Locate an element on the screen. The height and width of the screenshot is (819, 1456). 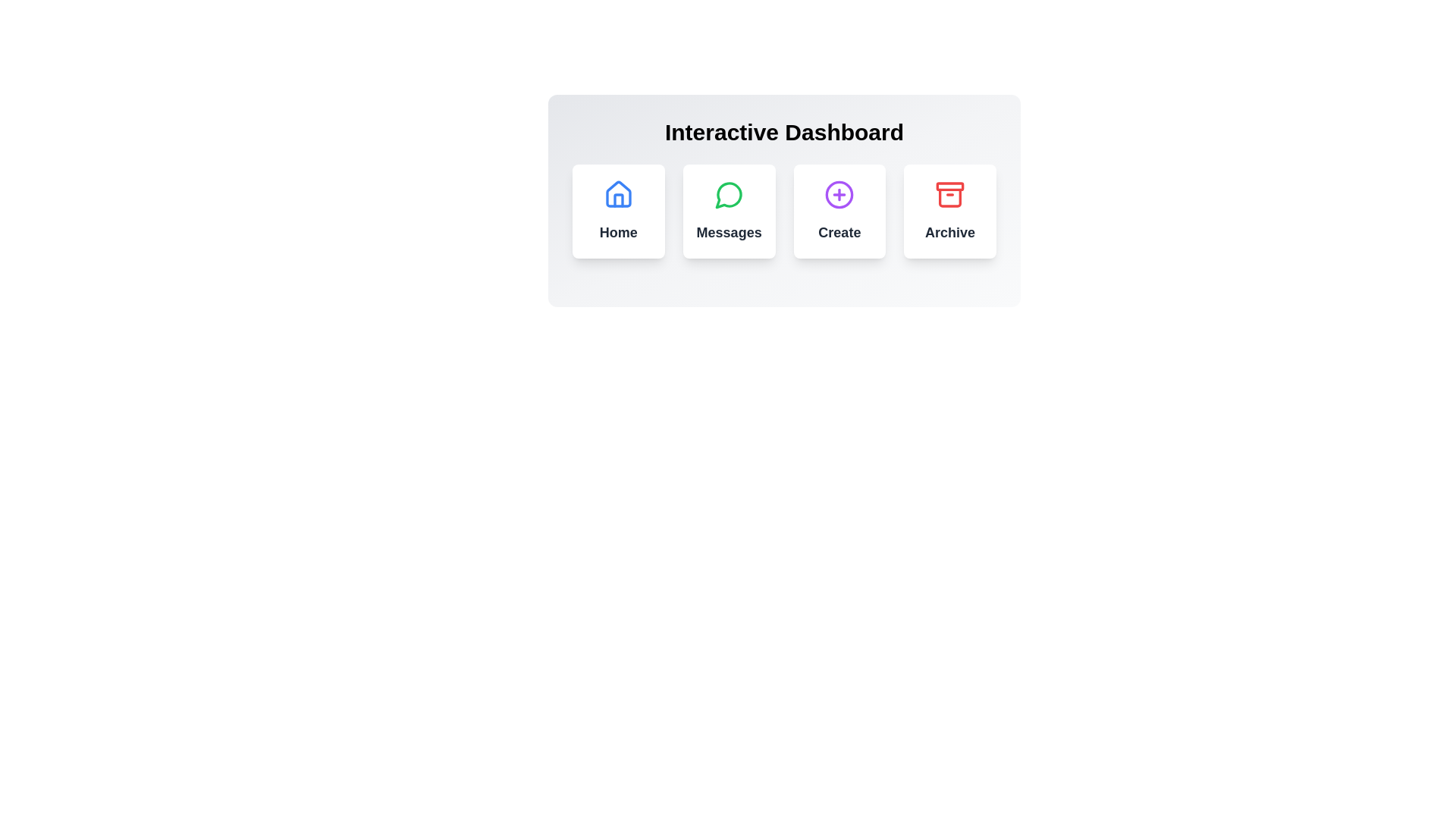
the circular 'plus' icon with a purple outline and a '+' symbol inside, located above the text 'Create' in the third card of a horizontal row of interactive cards is located at coordinates (839, 194).